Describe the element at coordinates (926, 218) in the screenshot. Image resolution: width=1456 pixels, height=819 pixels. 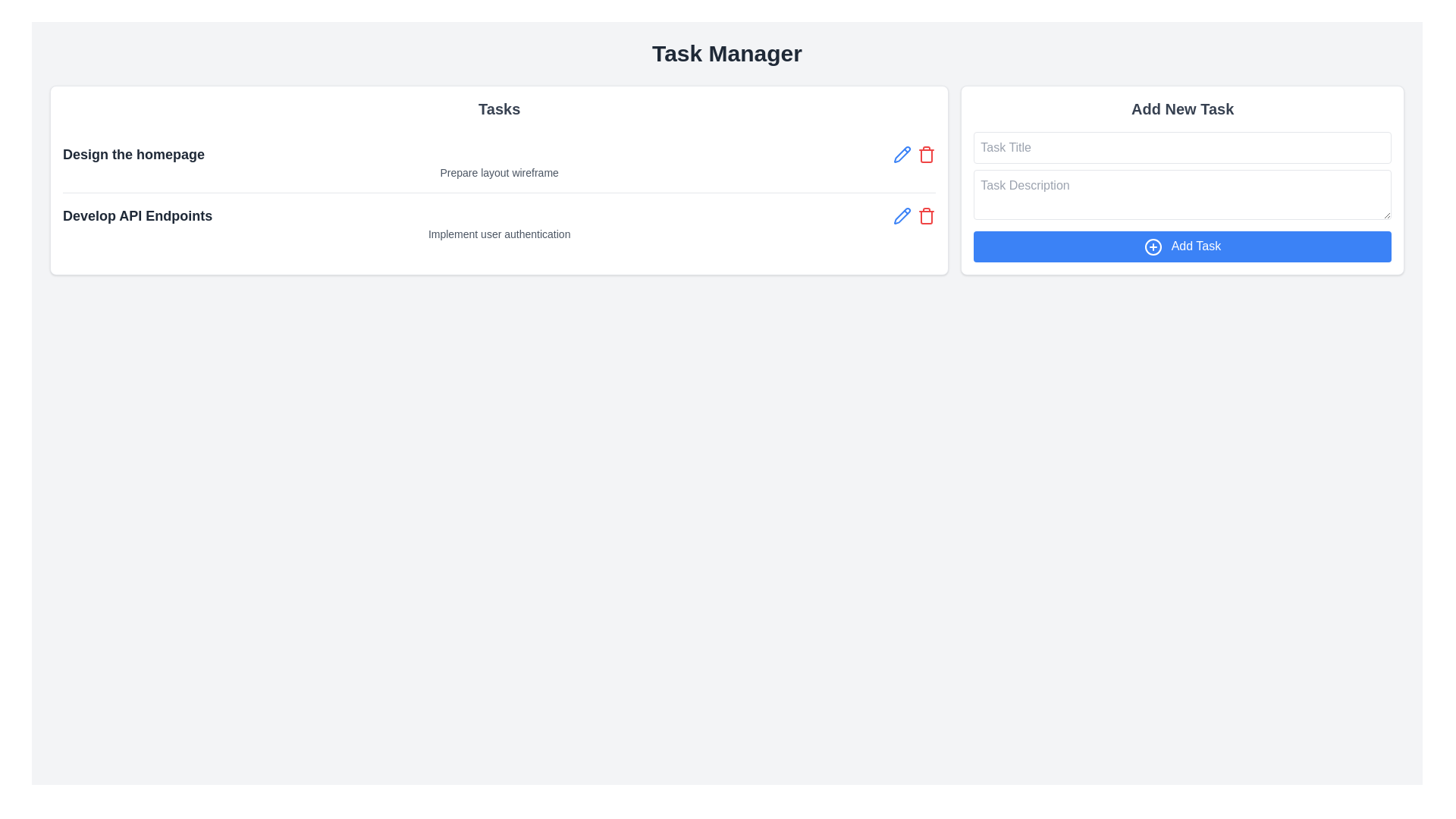
I see `the delete icon button for the task 'Develop API Endpoints'` at that location.